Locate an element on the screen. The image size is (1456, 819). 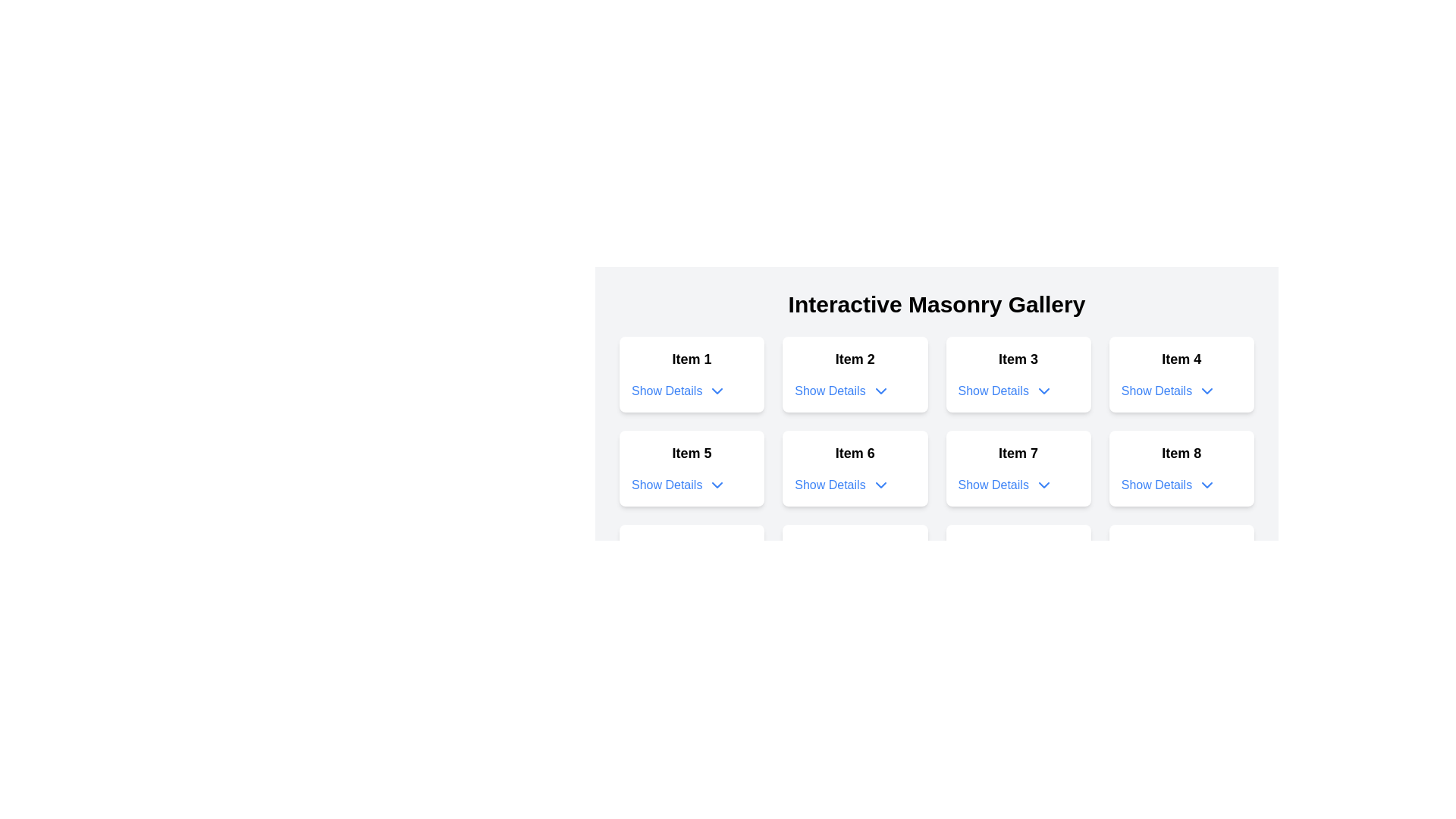
the hyperlink 'Show Details' for keyboard navigation, located in the second row, third column of the grid below 'Item 6' is located at coordinates (841, 485).